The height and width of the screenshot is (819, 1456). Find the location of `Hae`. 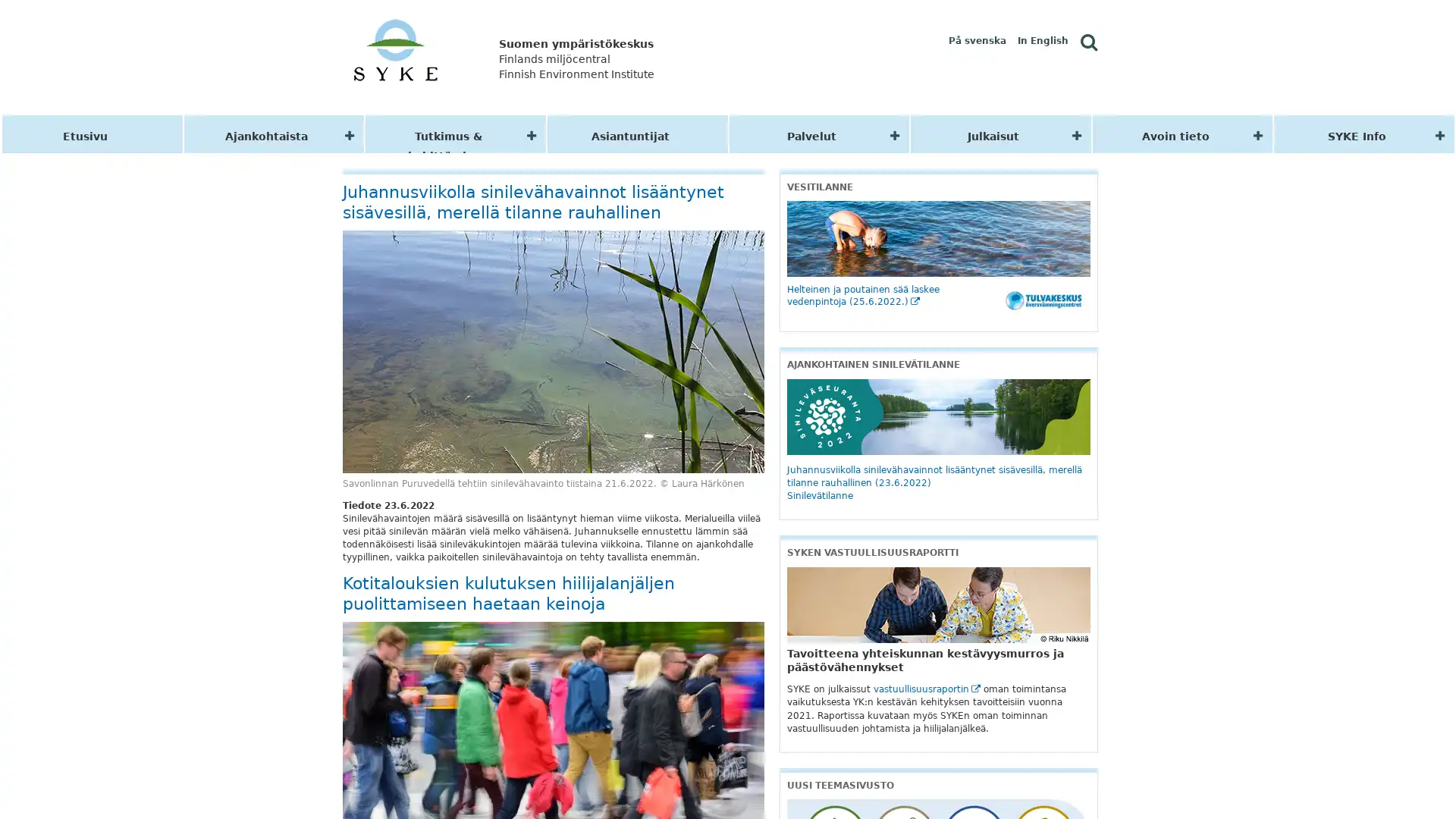

Hae is located at coordinates (1087, 42).